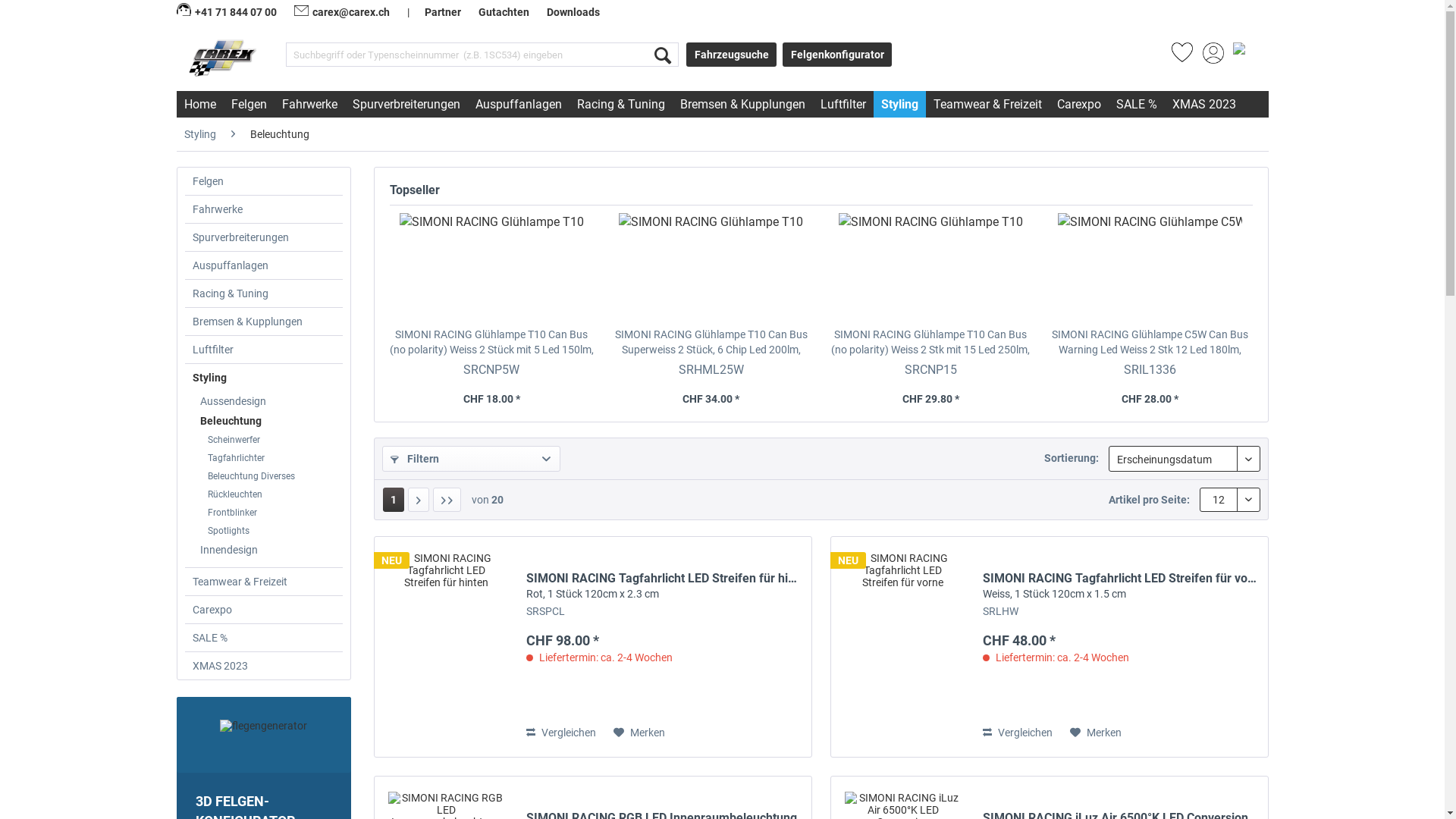 This screenshot has width=1456, height=819. Describe the element at coordinates (271, 439) in the screenshot. I see `'Scheinwerfer'` at that location.